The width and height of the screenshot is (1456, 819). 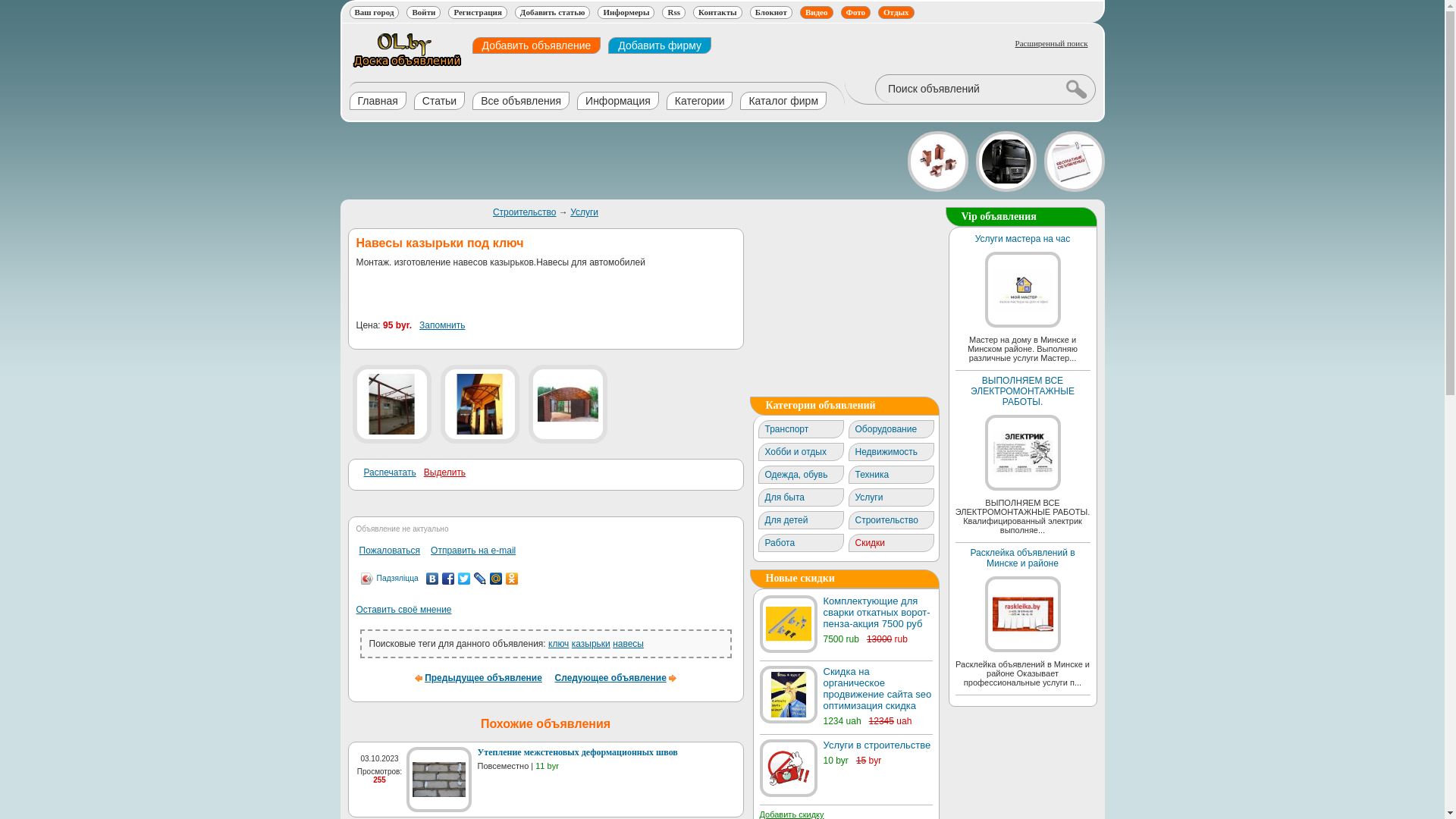 I want to click on 'LiveJournal', so click(x=479, y=579).